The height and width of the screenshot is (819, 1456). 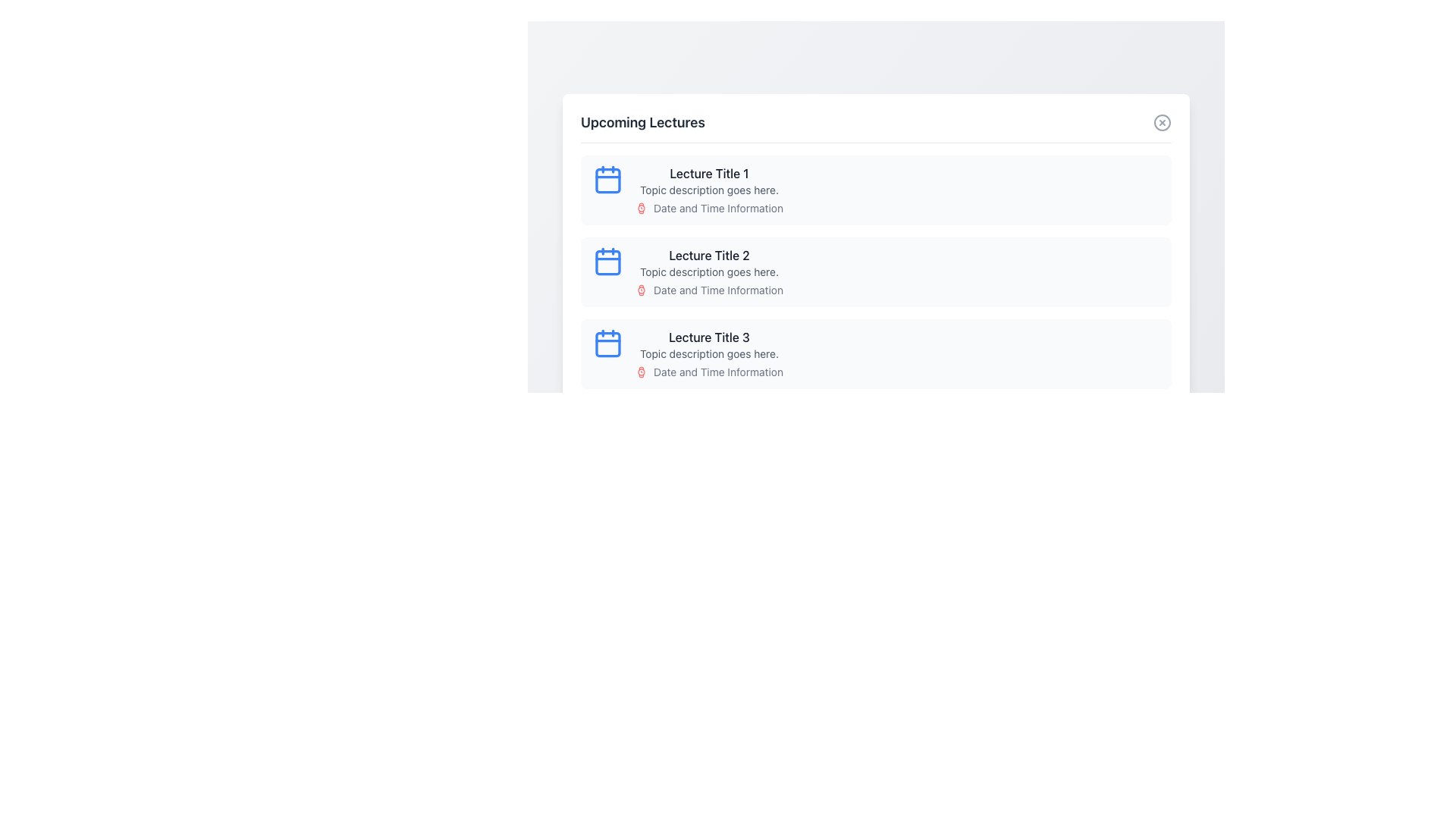 What do you see at coordinates (607, 343) in the screenshot?
I see `the calendar icon with a blue square outline and rounded corners, located at the leftmost section of 'Lecture Title 3' in 'Upcoming Lectures'` at bounding box center [607, 343].